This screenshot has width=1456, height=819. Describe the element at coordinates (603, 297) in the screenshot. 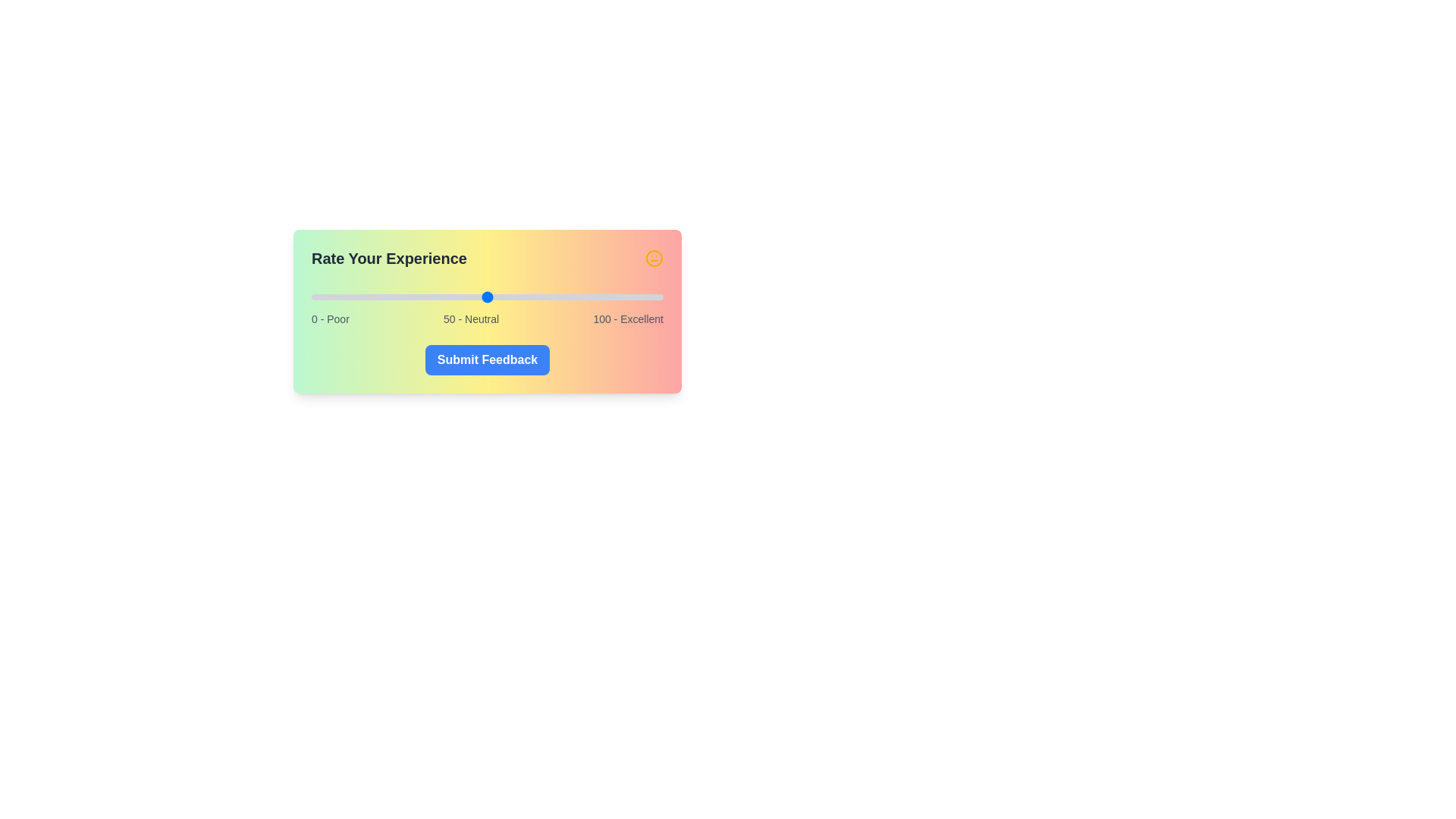

I see `the satisfaction slider to 83 value` at that location.